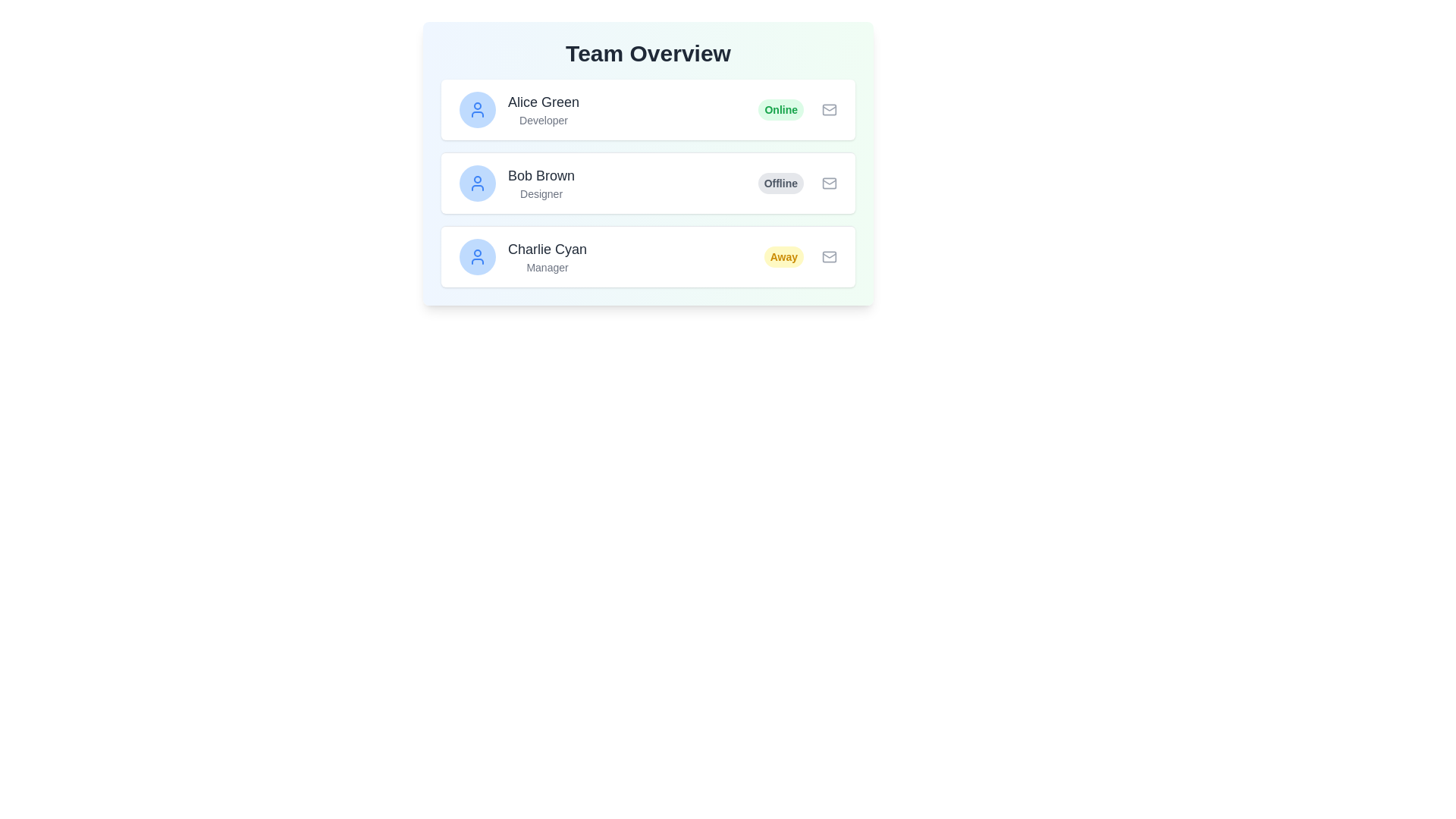  Describe the element at coordinates (541, 174) in the screenshot. I see `text element displaying the name 'Bob Brown', which identifies a specific team member in the second row of the vertical list` at that location.